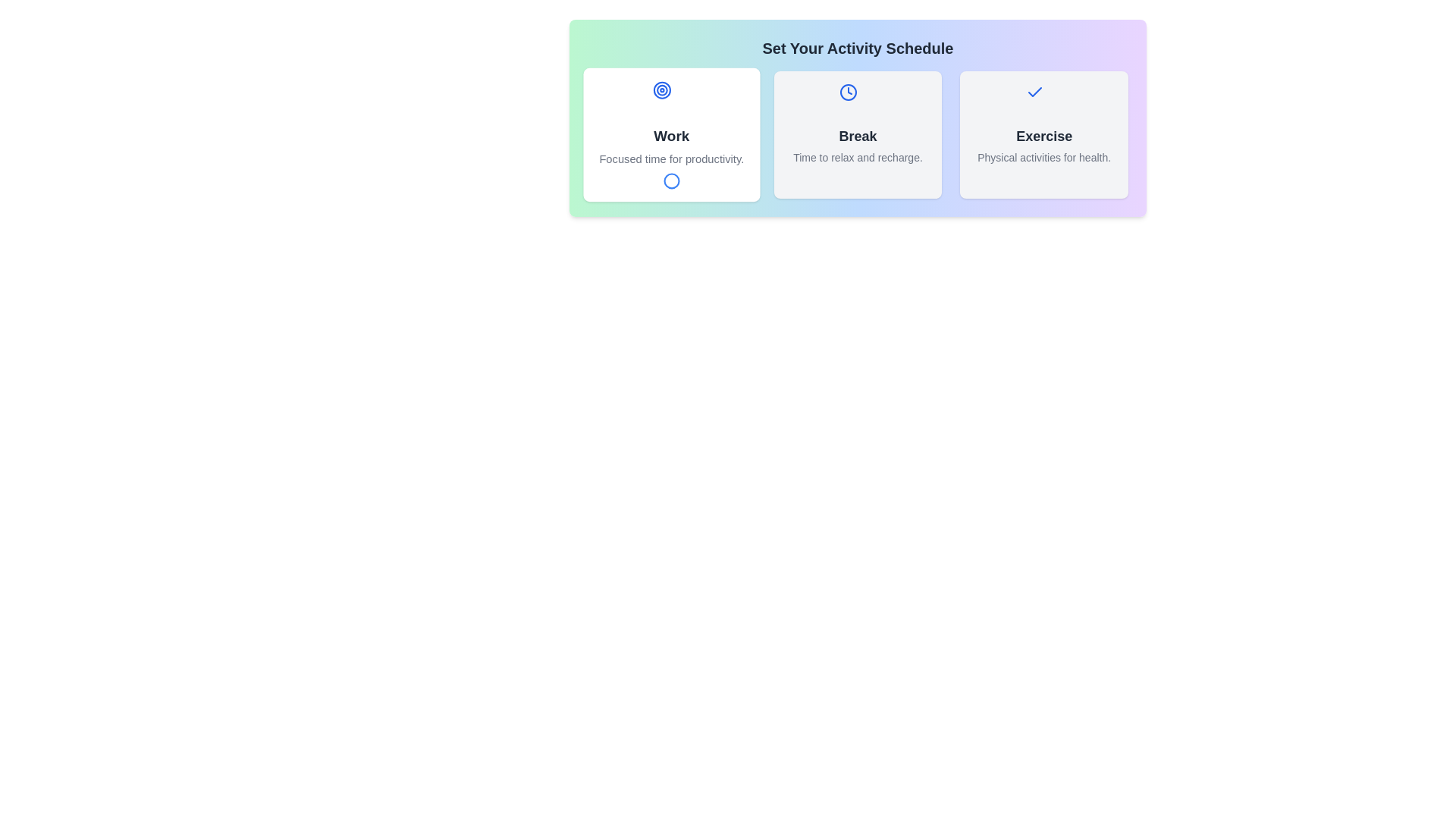 The width and height of the screenshot is (1456, 819). What do you see at coordinates (848, 93) in the screenshot?
I see `the 'Break' activity icon located in the middle card of the set of three cards, which symbolizes time or a clock` at bounding box center [848, 93].